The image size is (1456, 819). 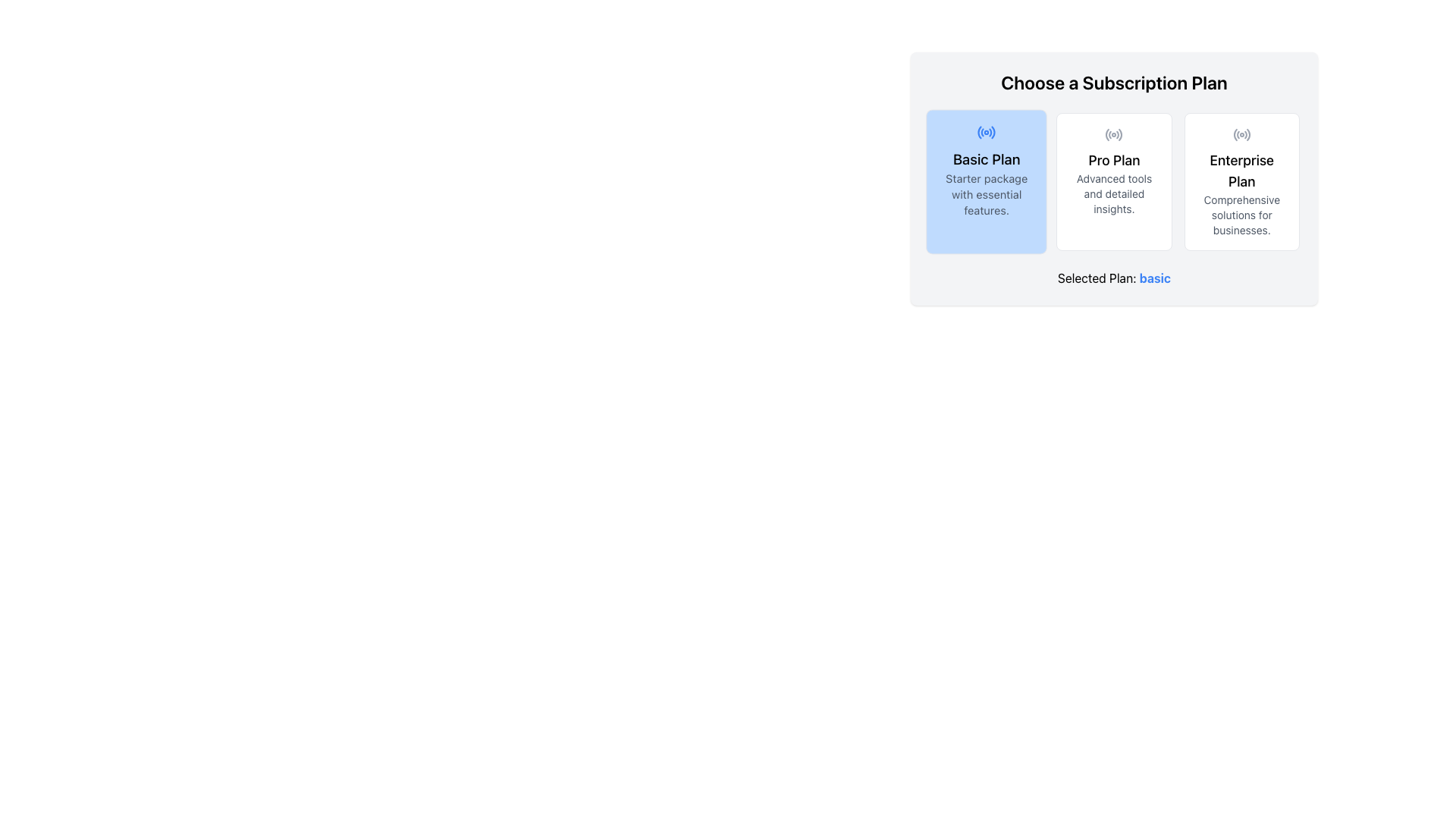 What do you see at coordinates (987, 159) in the screenshot?
I see `the 'Basic Plan' heading or label located at the top left corner of the blue rectangular section` at bounding box center [987, 159].